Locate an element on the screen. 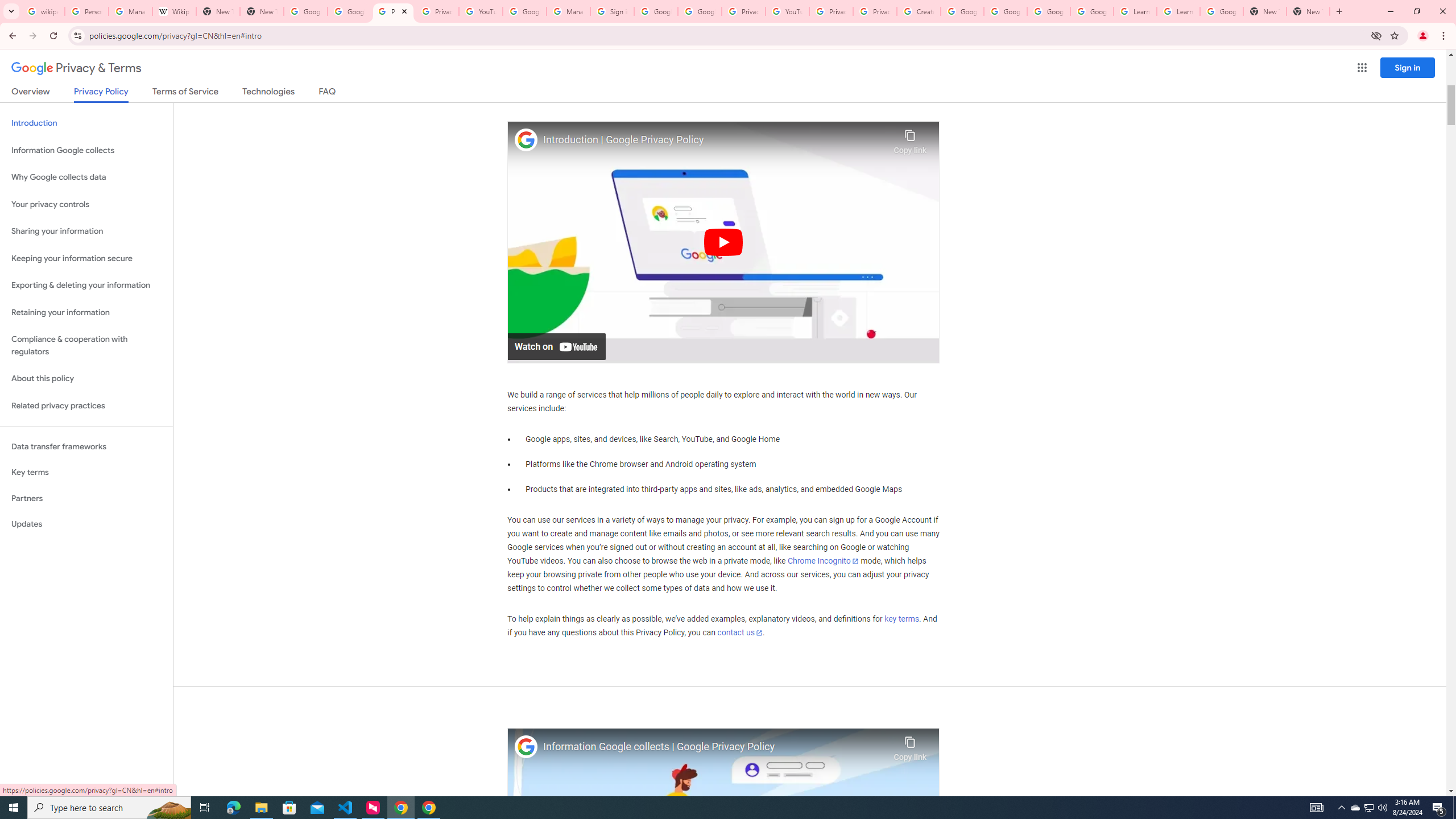 The width and height of the screenshot is (1456, 819). 'key terms' is located at coordinates (900, 618).